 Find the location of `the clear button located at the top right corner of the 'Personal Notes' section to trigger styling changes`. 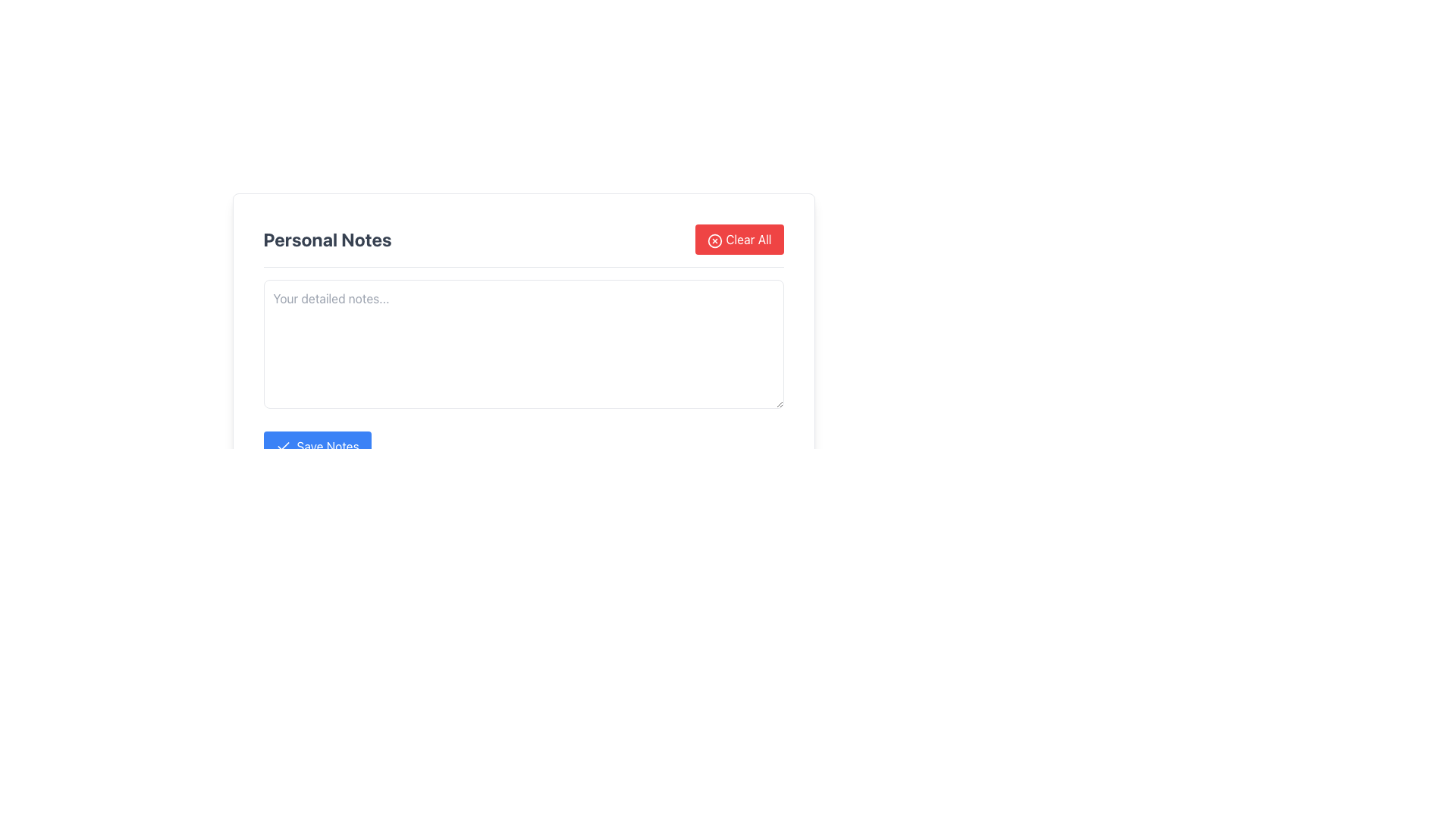

the clear button located at the top right corner of the 'Personal Notes' section to trigger styling changes is located at coordinates (739, 239).